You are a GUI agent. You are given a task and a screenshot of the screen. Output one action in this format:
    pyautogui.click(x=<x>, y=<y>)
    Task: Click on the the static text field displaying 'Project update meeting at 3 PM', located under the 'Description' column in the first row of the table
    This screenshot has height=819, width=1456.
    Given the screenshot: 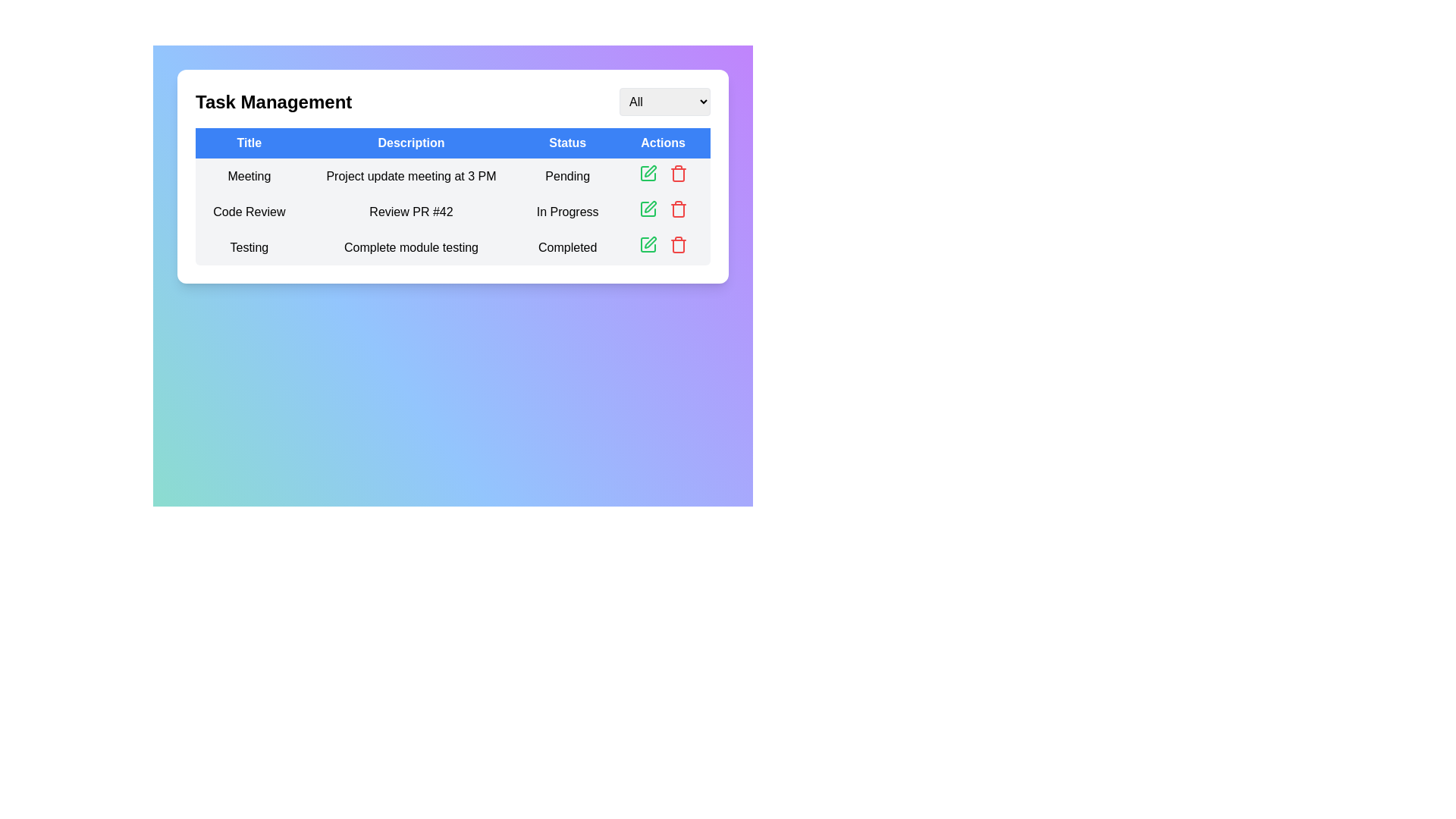 What is the action you would take?
    pyautogui.click(x=411, y=175)
    